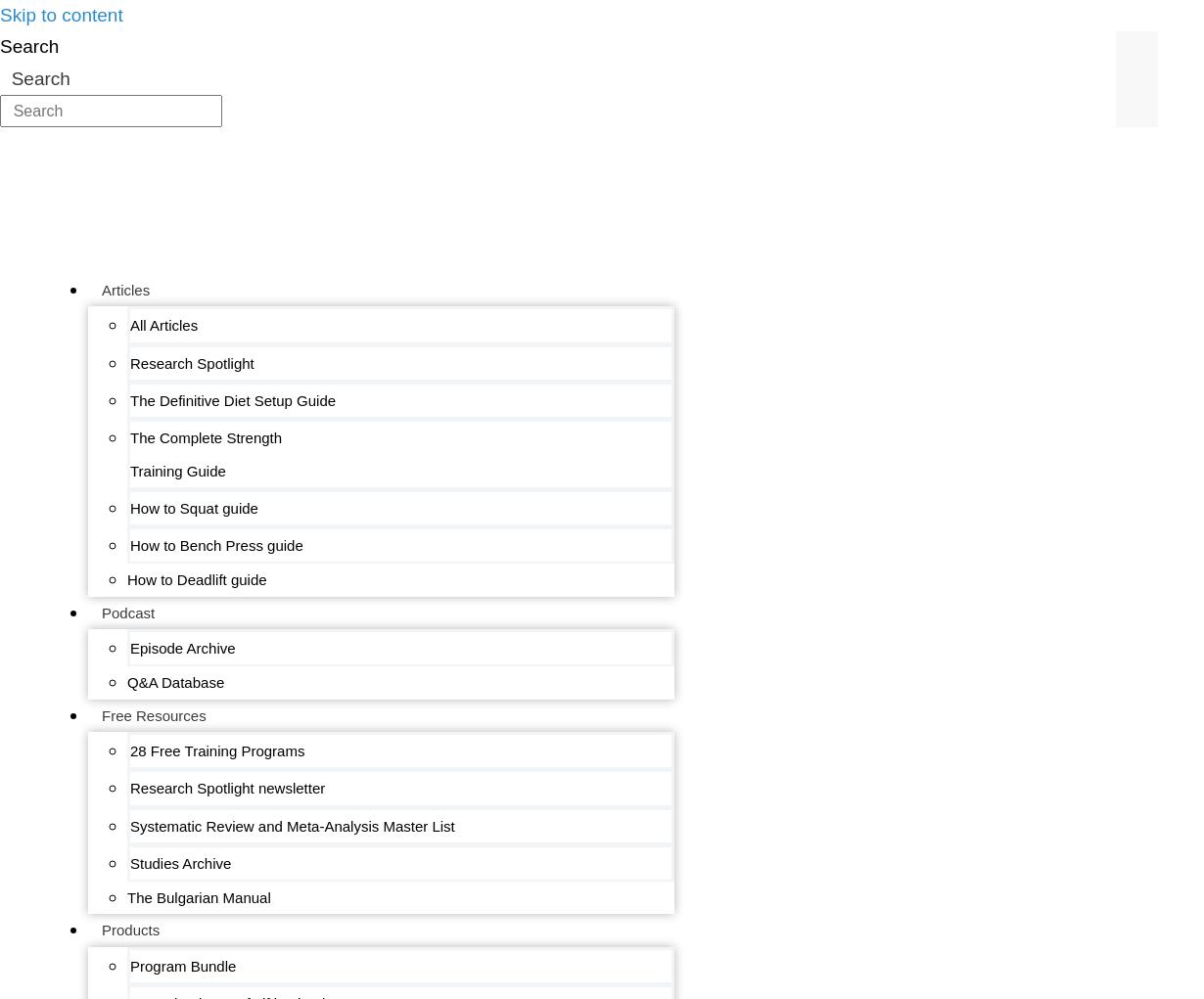  I want to click on 'The Definitive Diet Setup Guide', so click(129, 398).